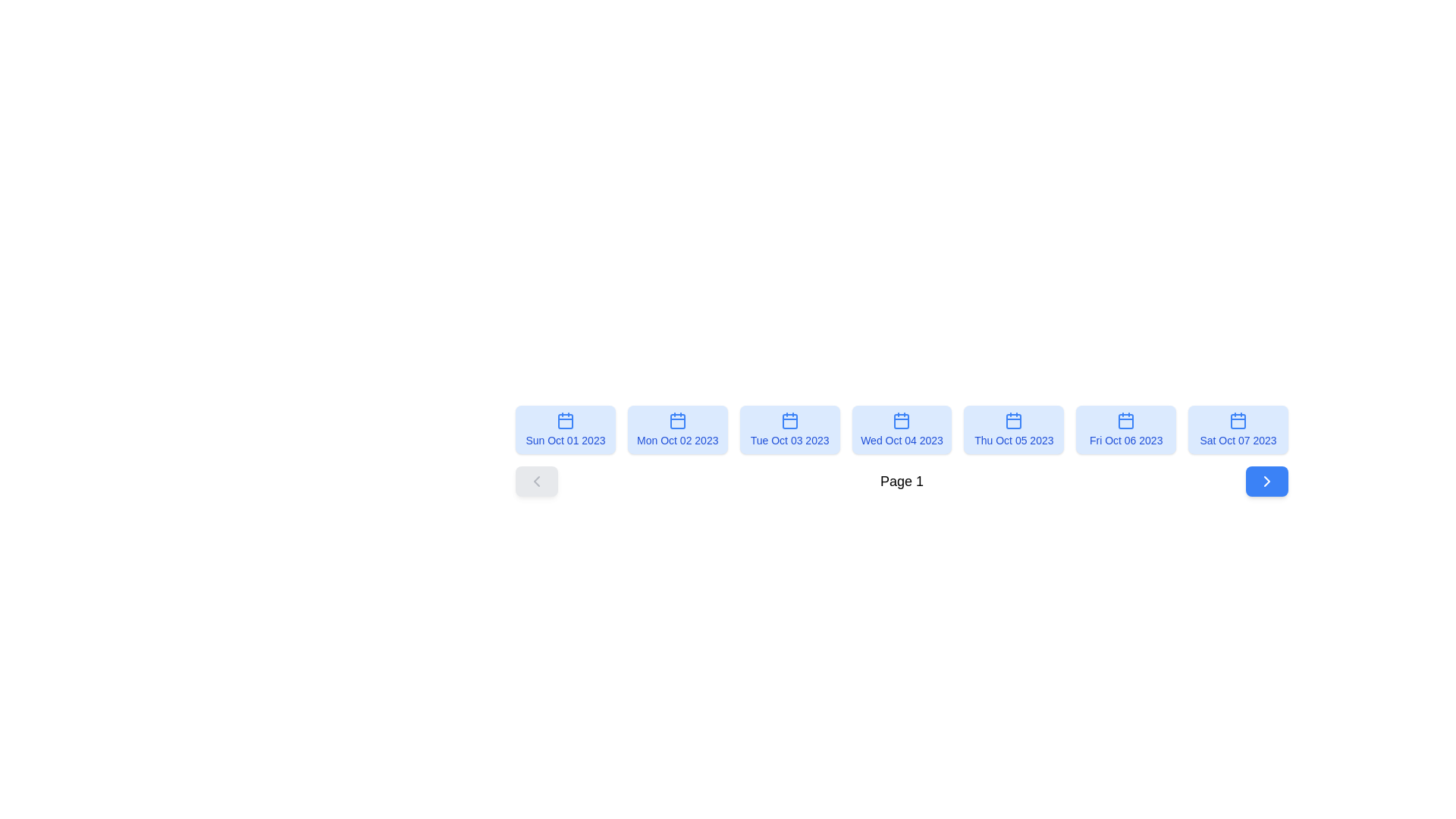 The image size is (1456, 819). Describe the element at coordinates (789, 421) in the screenshot. I see `the calendar icon with a blue outline, located within the date card labeled 'Tue Oct 03 2023', which is the third in a horizontal sequence of date cards` at that location.